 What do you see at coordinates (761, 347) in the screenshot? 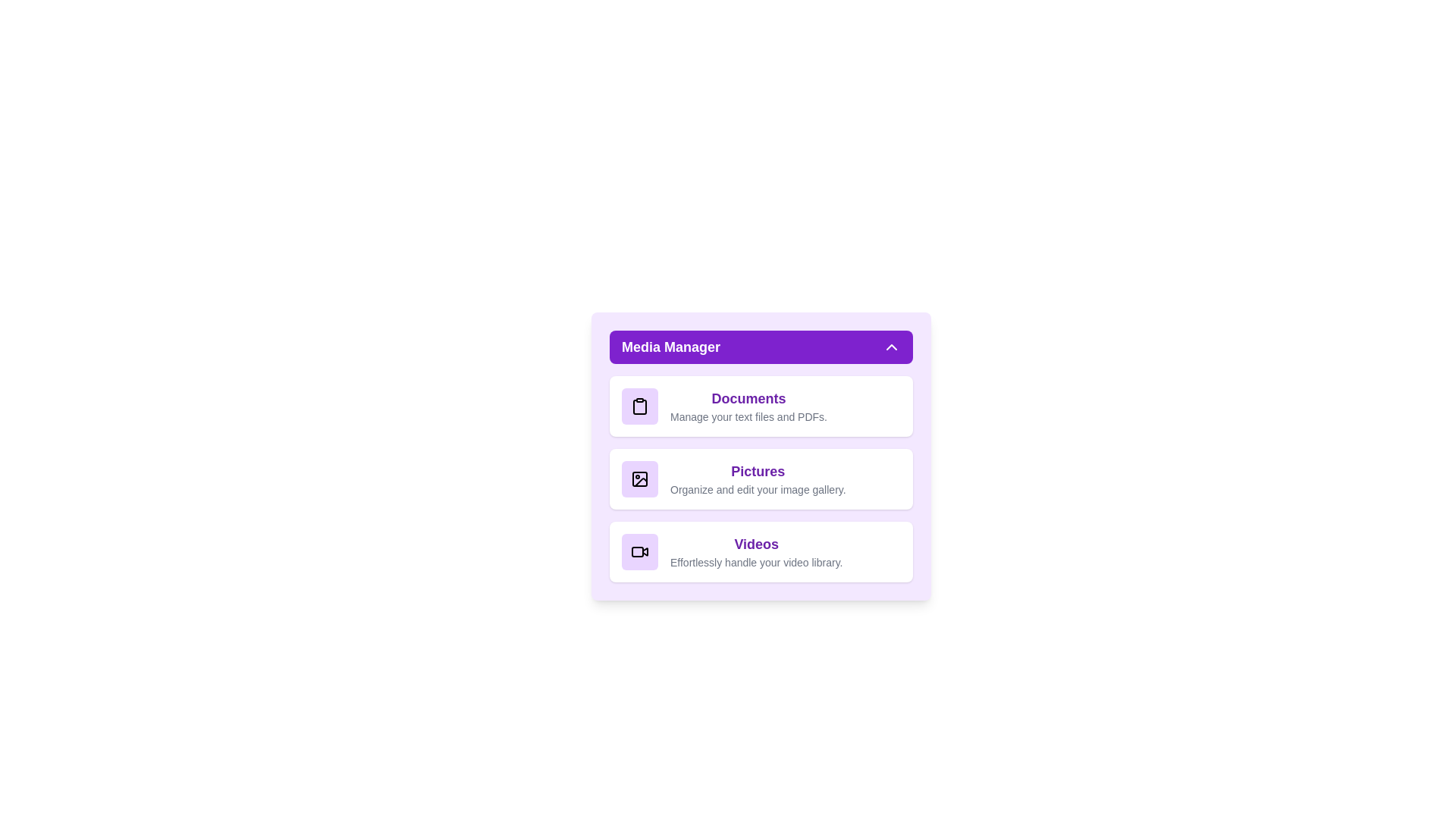
I see `the 'Media Manager' button to toggle the menu visibility` at bounding box center [761, 347].